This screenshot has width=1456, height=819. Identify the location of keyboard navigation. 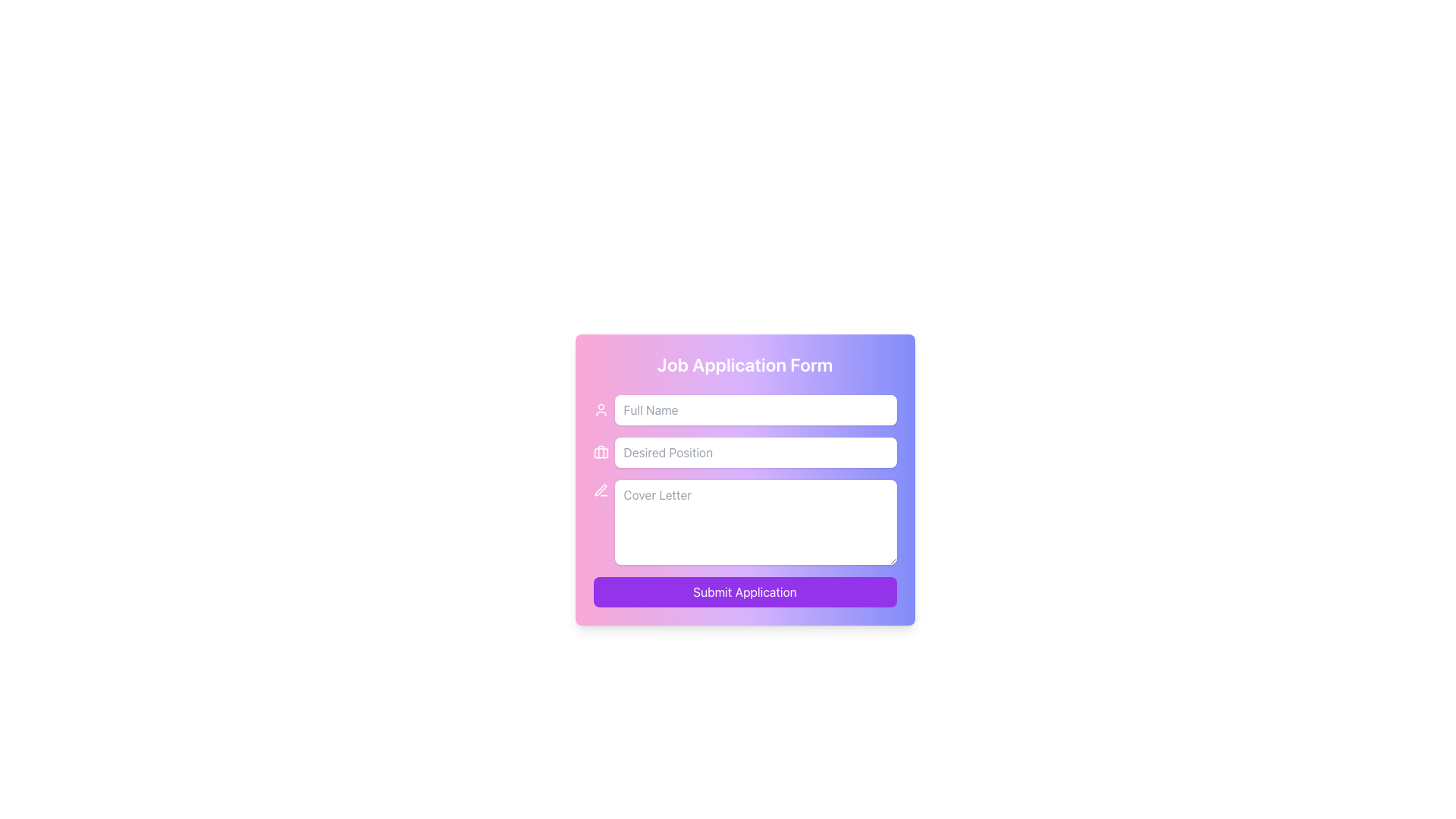
(745, 452).